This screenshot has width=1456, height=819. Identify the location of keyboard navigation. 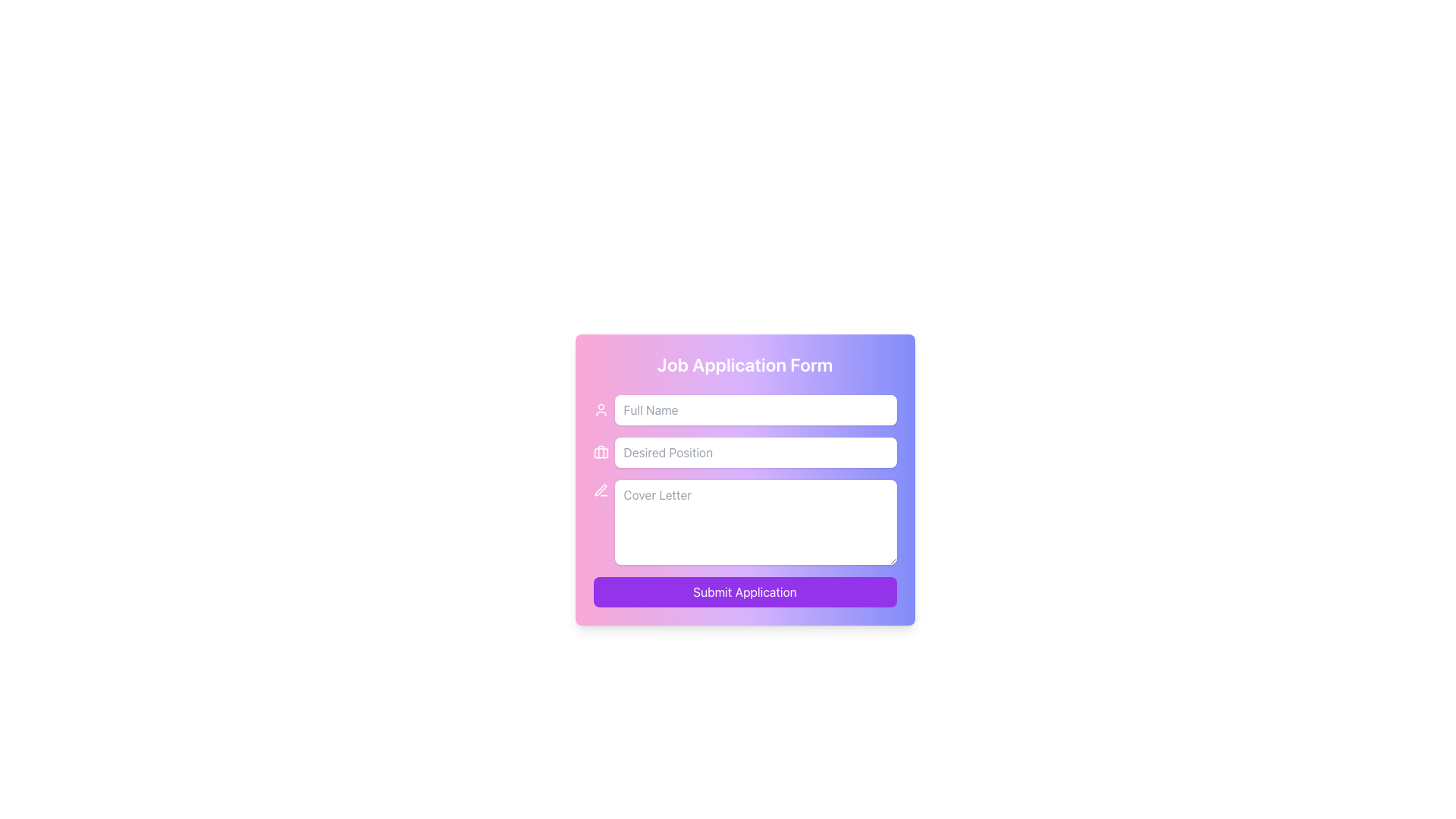
(745, 452).